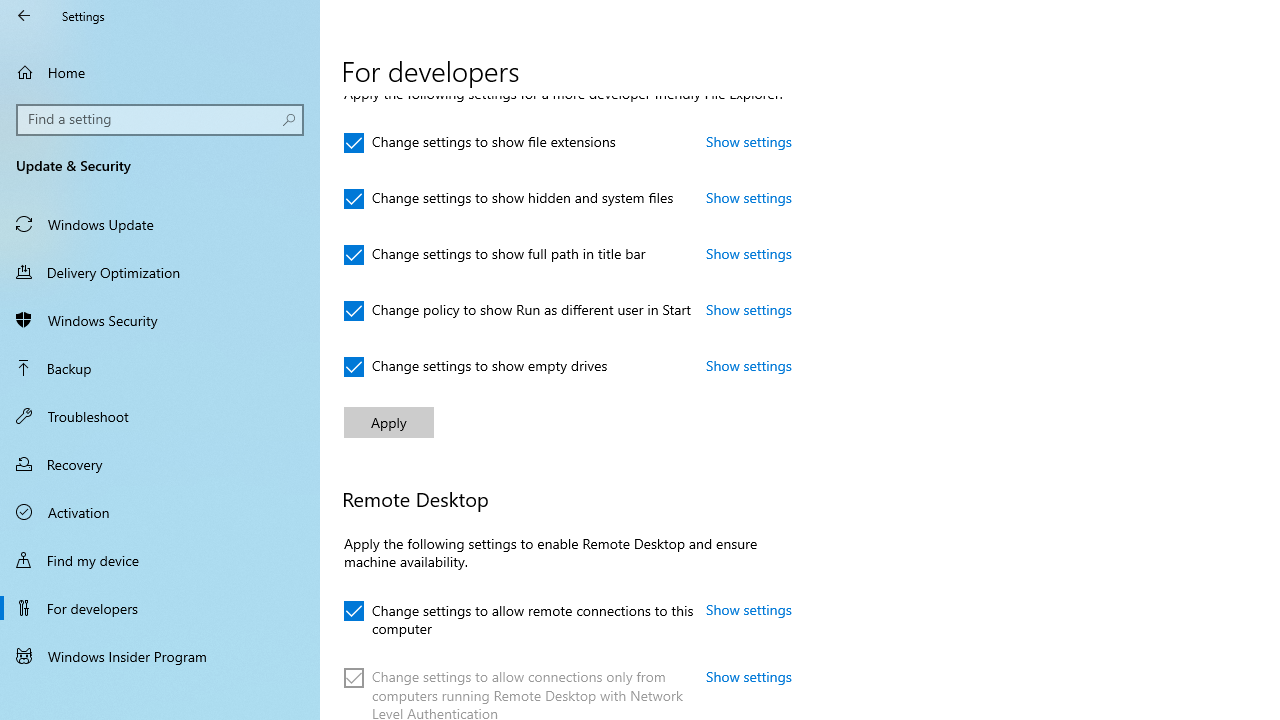  What do you see at coordinates (24, 15) in the screenshot?
I see `'Back'` at bounding box center [24, 15].